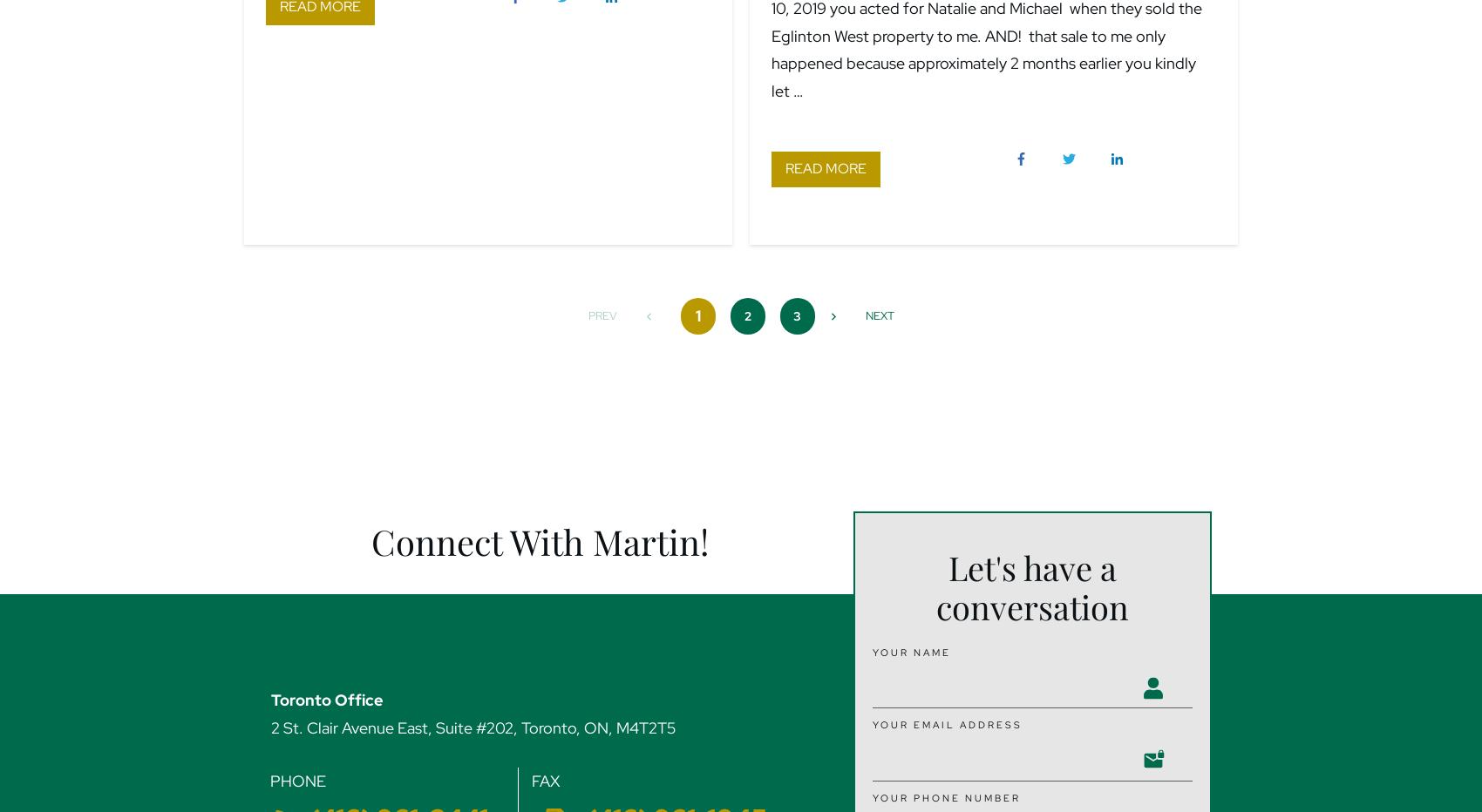 The height and width of the screenshot is (812, 1482). What do you see at coordinates (744, 314) in the screenshot?
I see `'2'` at bounding box center [744, 314].